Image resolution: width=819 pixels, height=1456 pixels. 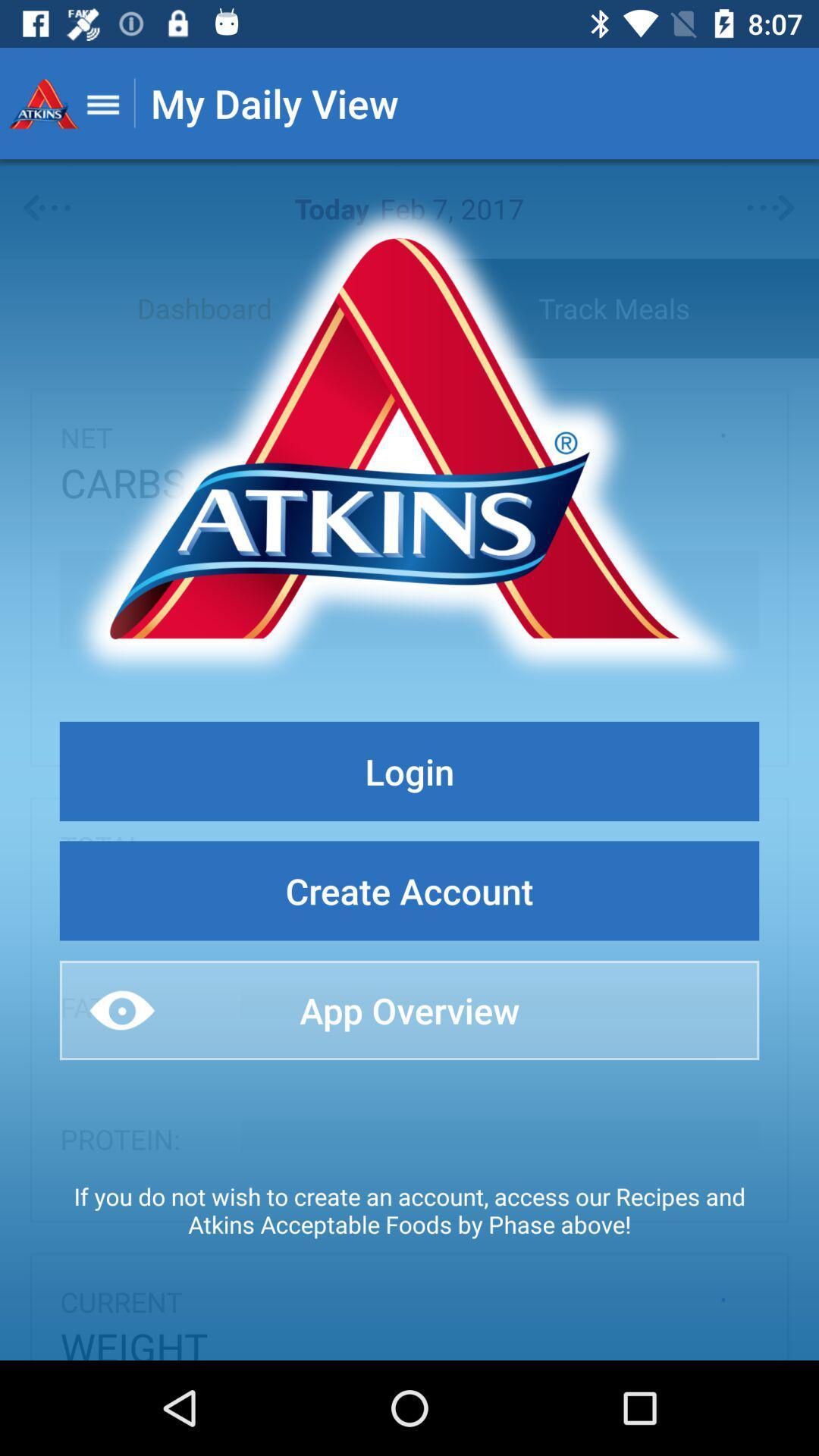 I want to click on the arrow_forward icon, so click(x=771, y=208).